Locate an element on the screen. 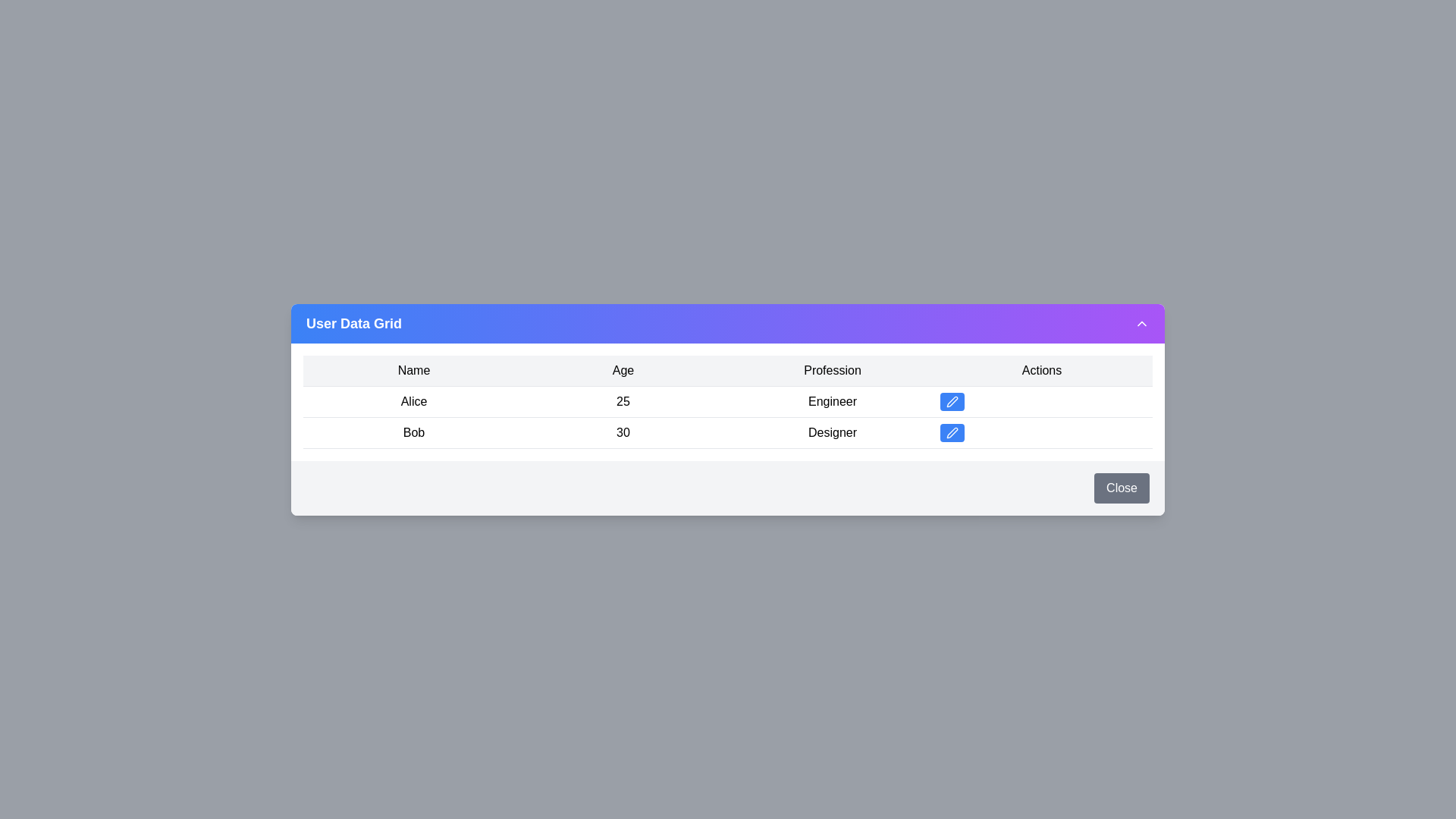  the static text displaying the number '30' located in the second row under the 'Age' column of the user data grid is located at coordinates (623, 432).